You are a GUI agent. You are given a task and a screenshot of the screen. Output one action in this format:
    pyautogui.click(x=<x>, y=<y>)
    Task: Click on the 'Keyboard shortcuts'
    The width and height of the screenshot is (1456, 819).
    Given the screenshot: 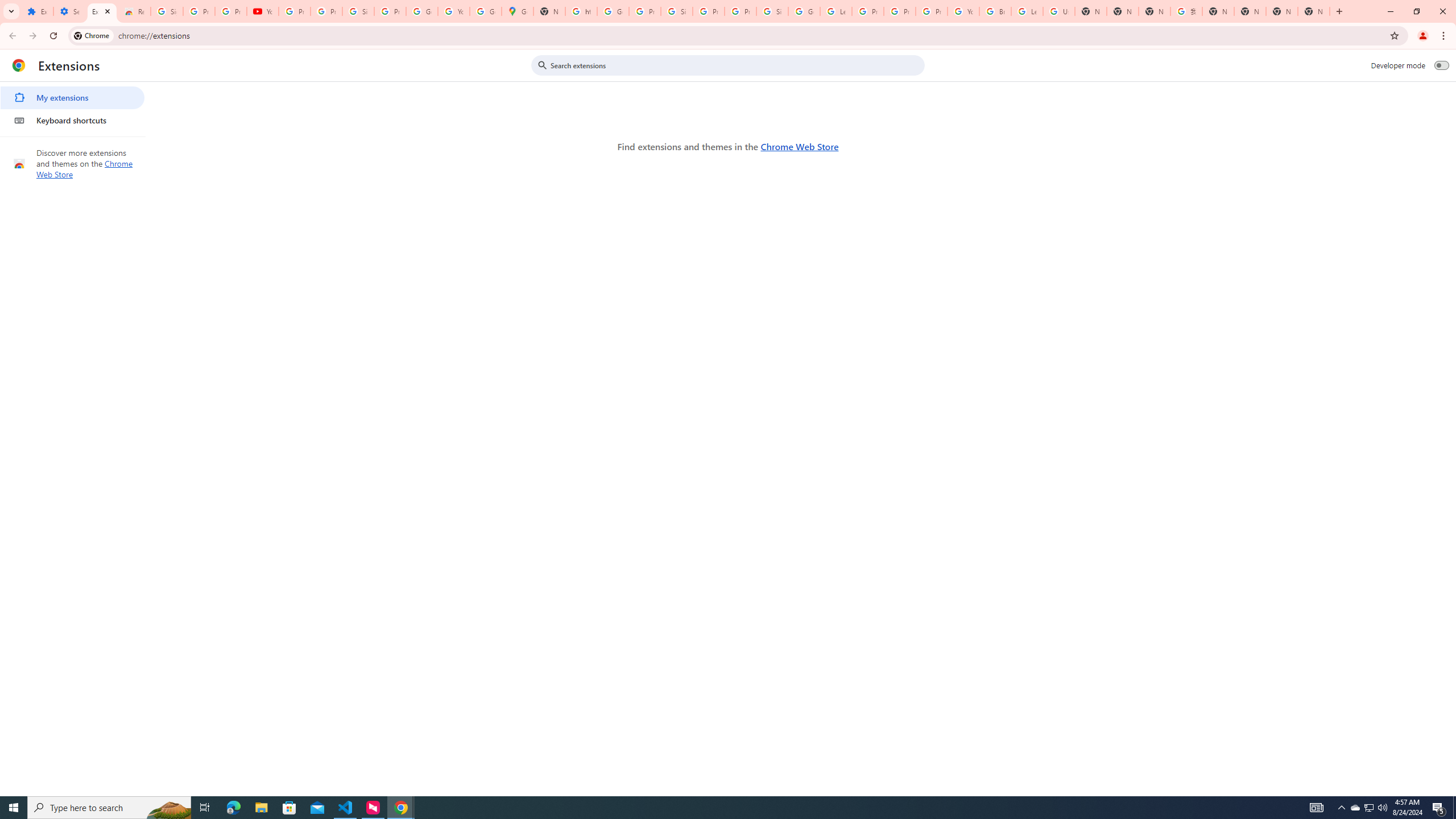 What is the action you would take?
    pyautogui.click(x=72, y=119)
    